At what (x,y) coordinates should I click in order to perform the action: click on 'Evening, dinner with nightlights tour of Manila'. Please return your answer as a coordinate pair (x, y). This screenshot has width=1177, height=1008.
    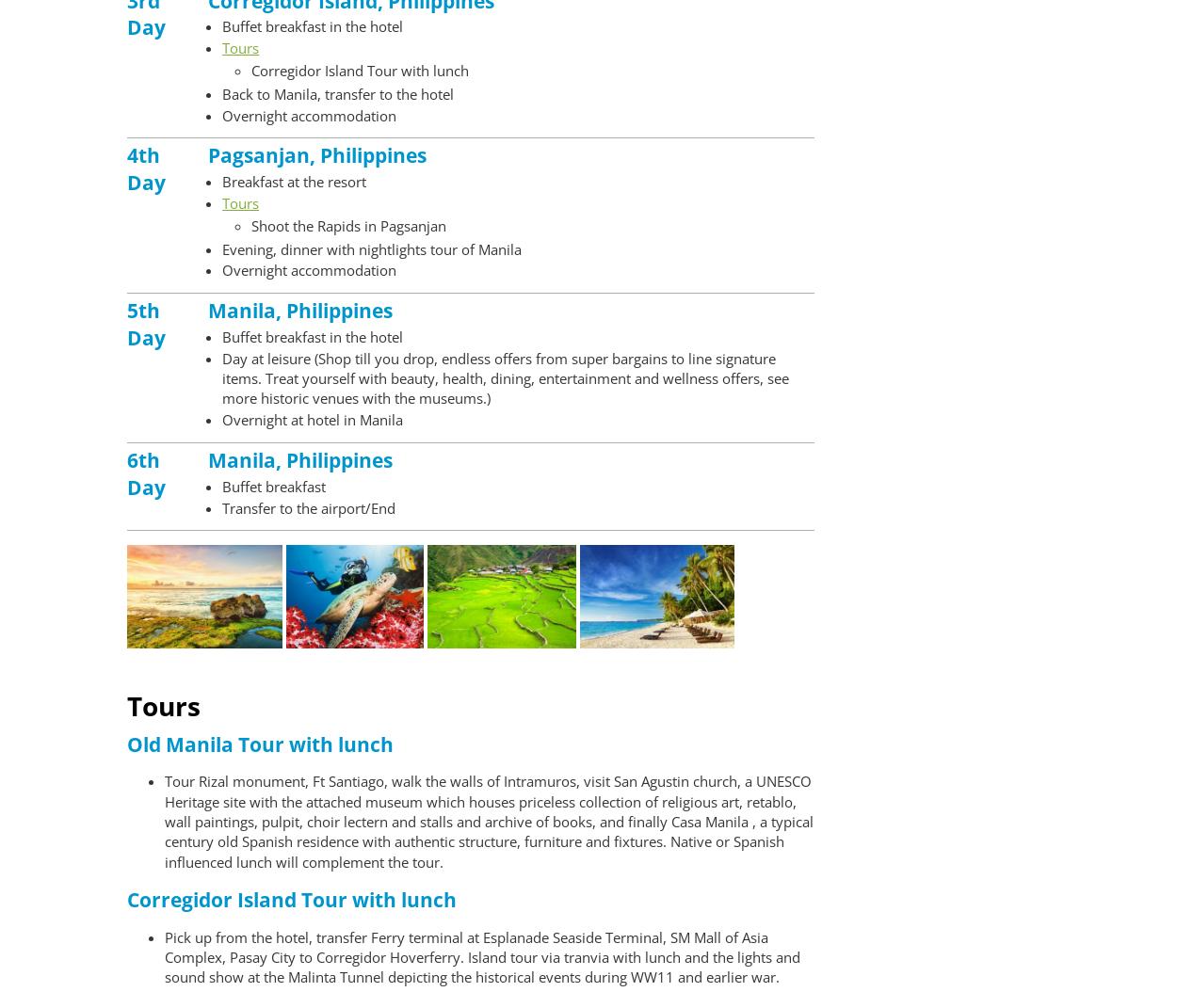
    Looking at the image, I should click on (372, 248).